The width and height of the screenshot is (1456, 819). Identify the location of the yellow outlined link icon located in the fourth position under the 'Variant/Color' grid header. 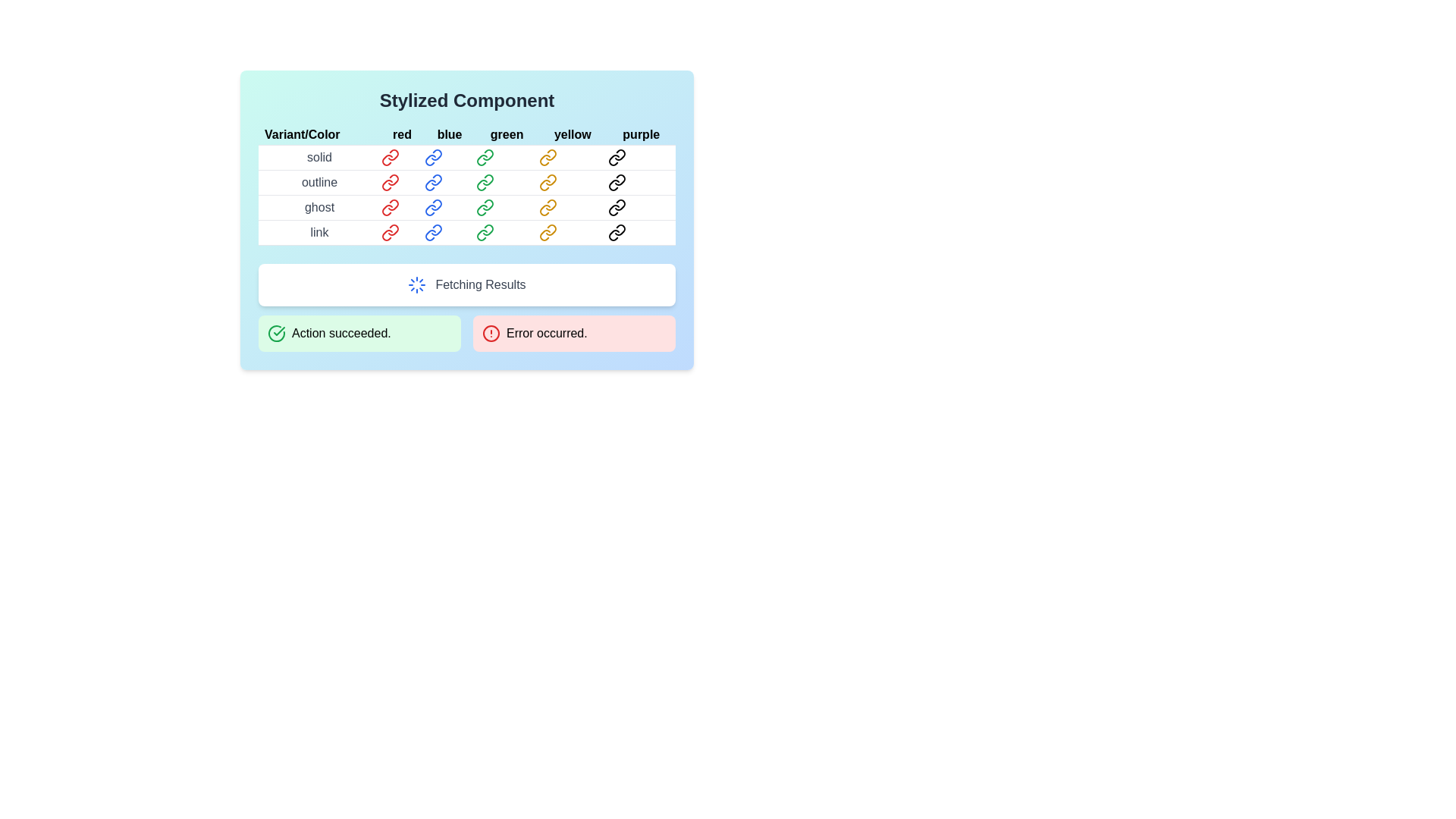
(548, 181).